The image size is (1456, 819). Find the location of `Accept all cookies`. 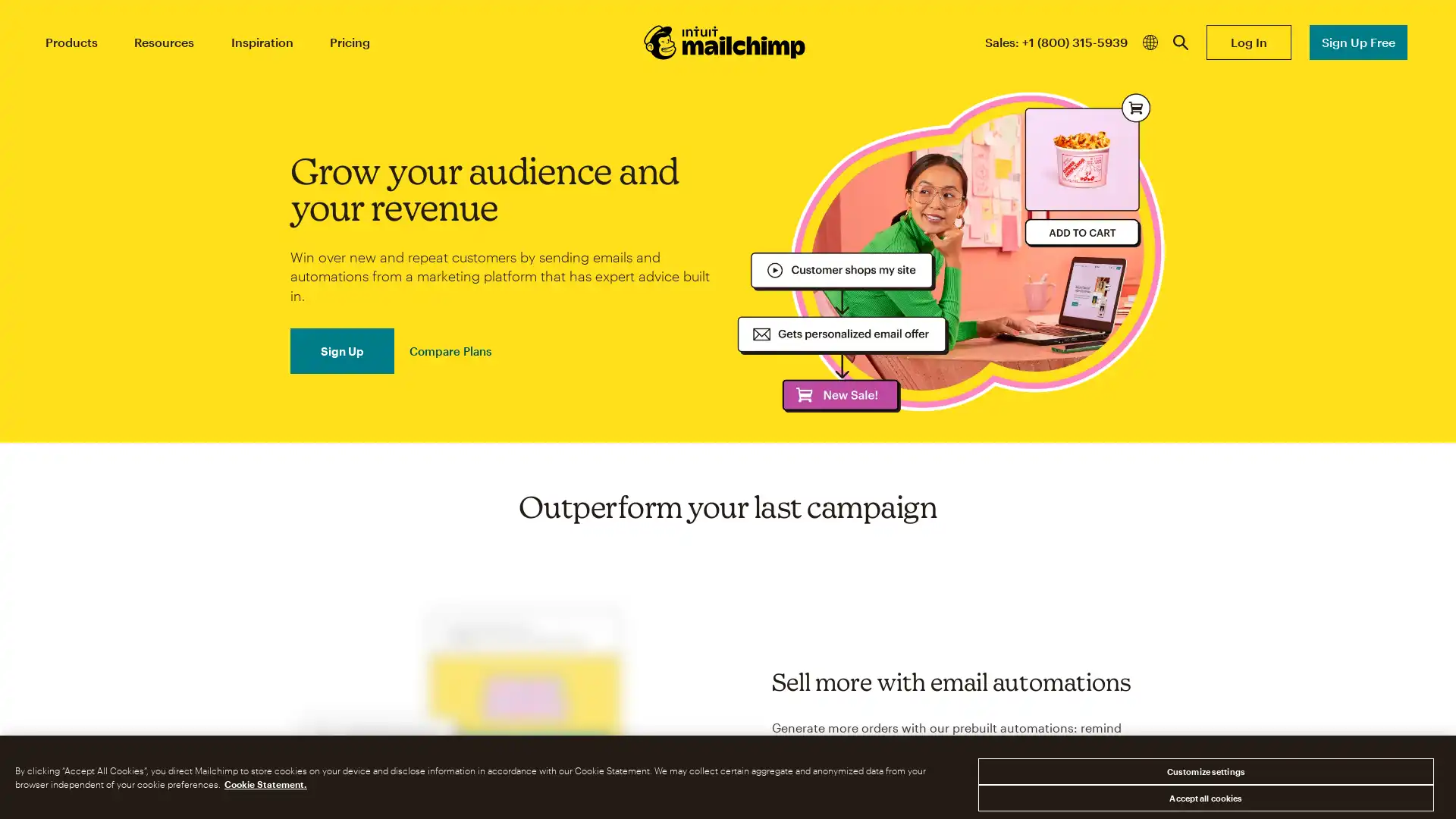

Accept all cookies is located at coordinates (1204, 797).